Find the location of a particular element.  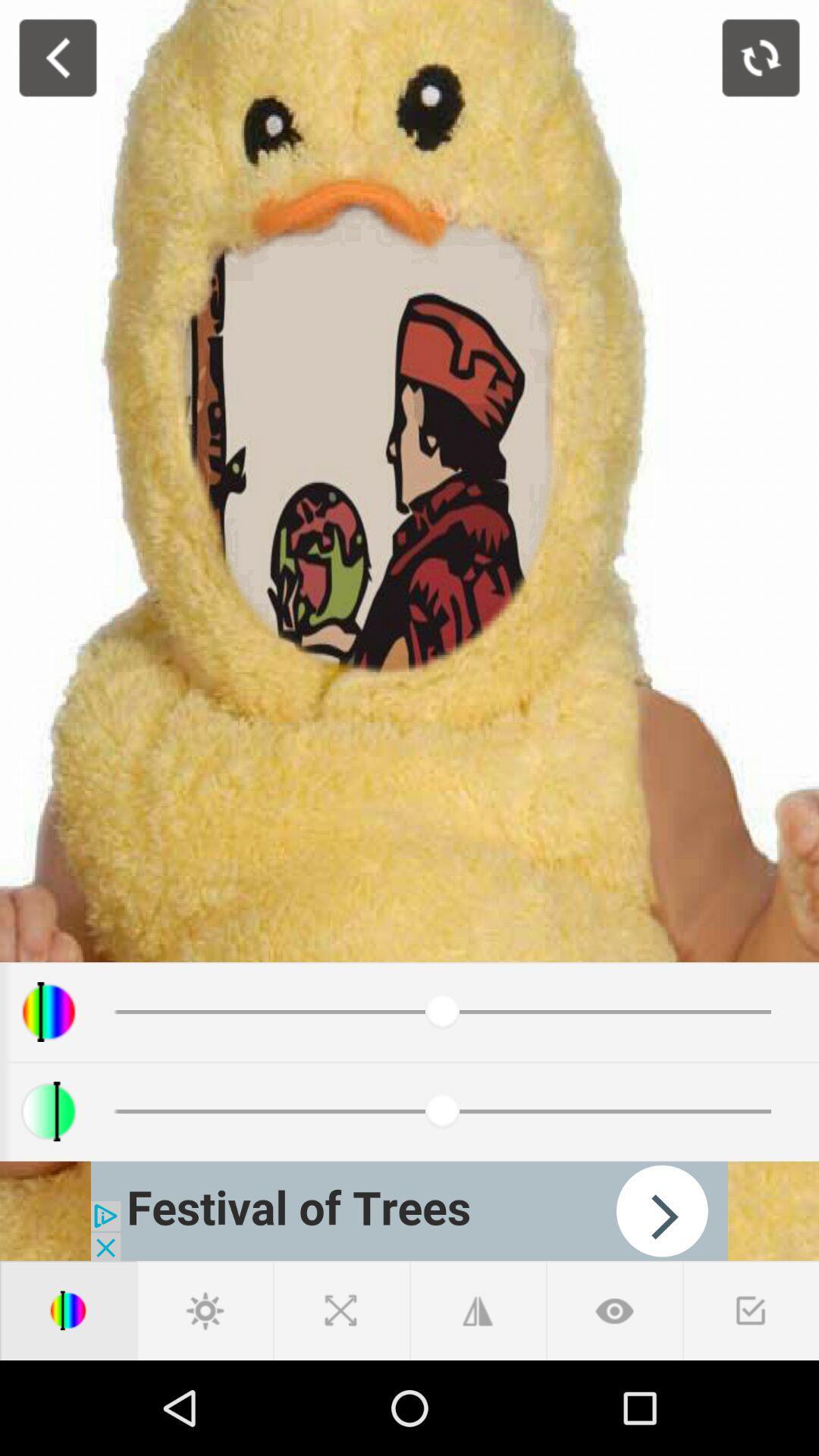

reload is located at coordinates (761, 58).